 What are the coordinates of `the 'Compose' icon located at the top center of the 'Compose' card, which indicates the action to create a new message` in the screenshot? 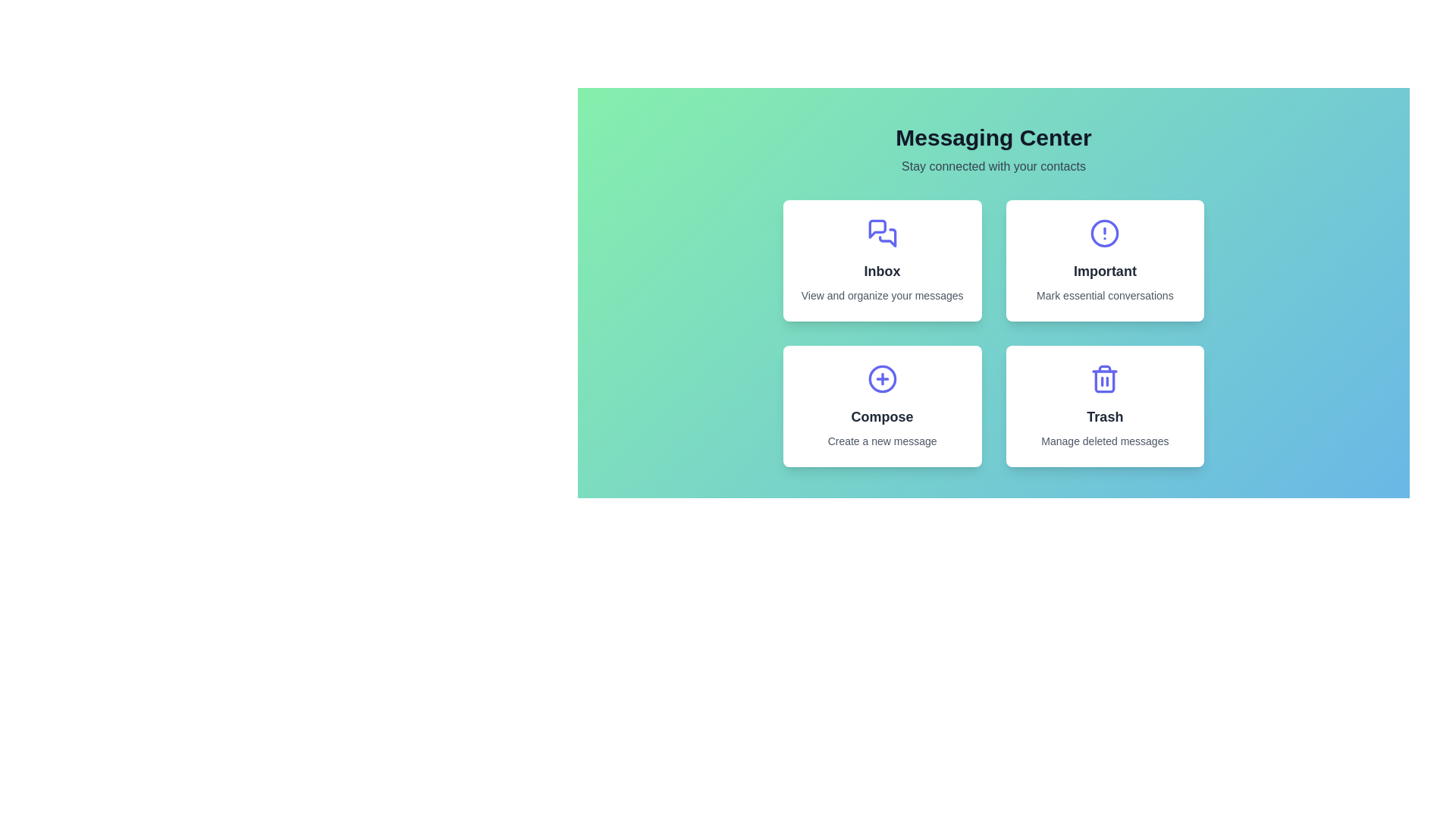 It's located at (882, 378).